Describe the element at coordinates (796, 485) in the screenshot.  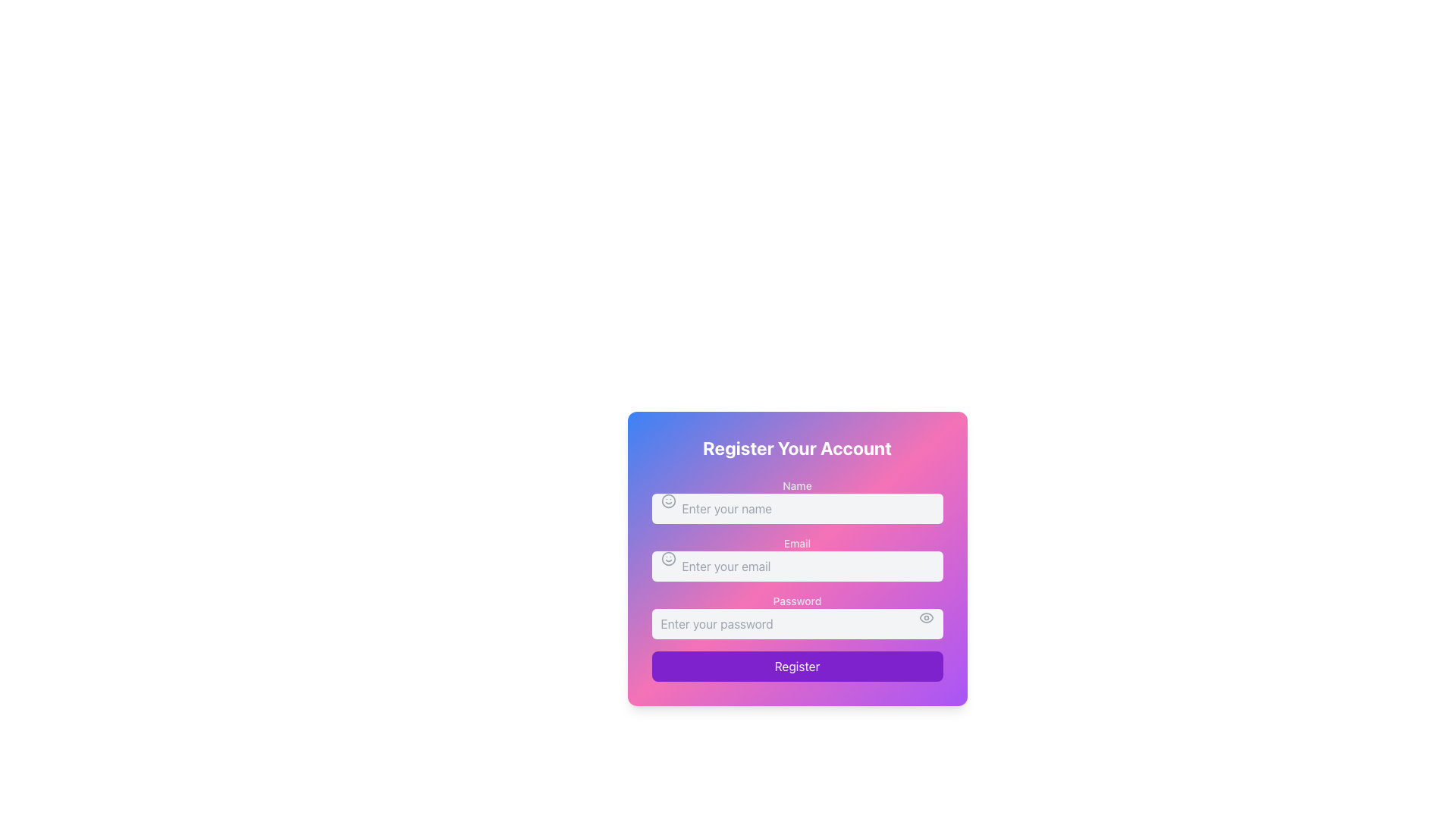
I see `the 'Name' label in the registration form, which is a small light gray text element located above the text input field for entering the name` at that location.